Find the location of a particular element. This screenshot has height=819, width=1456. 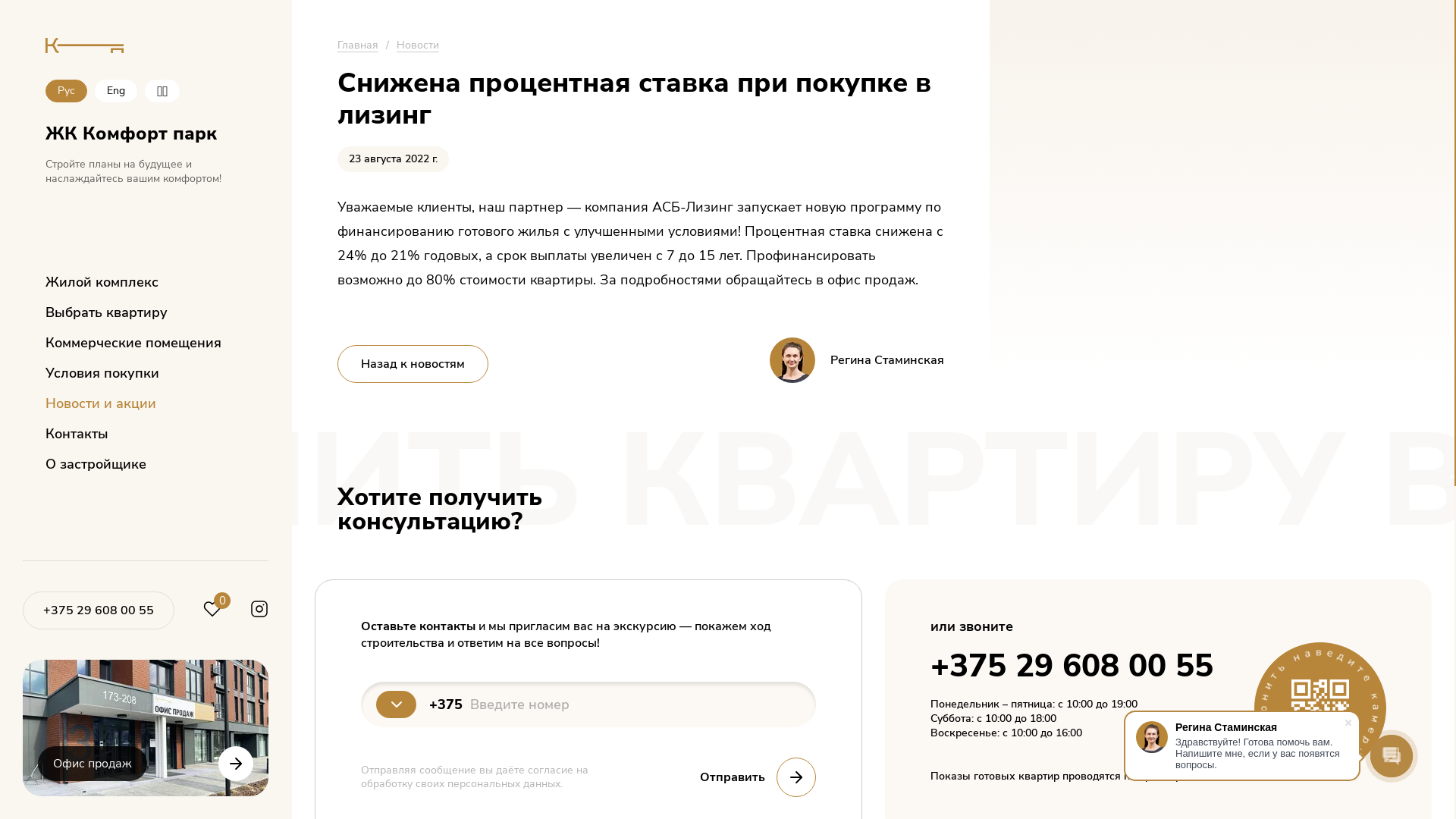

'+375 29 608 00 55' is located at coordinates (43, 610).